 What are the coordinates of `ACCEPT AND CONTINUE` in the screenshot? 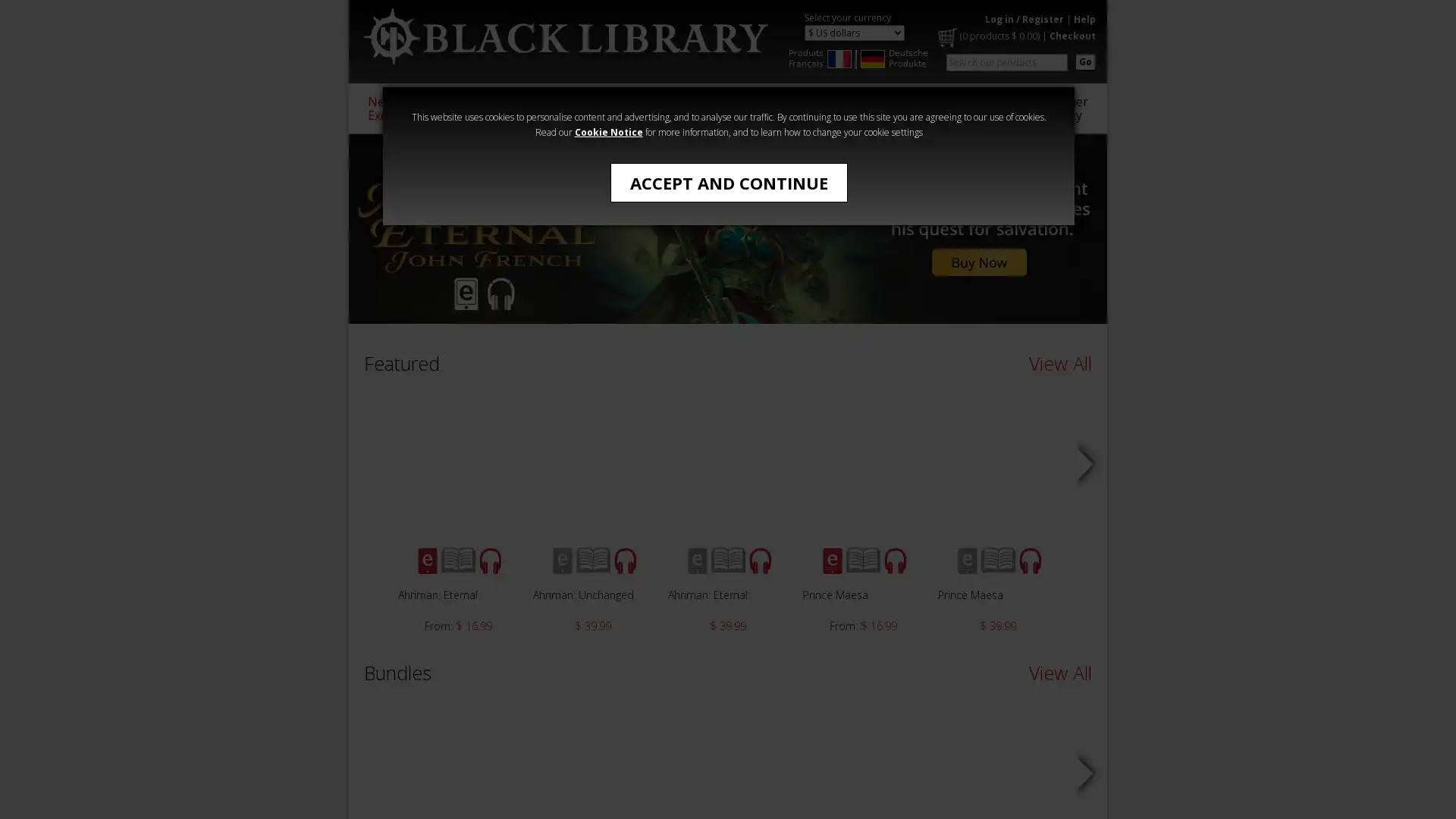 It's located at (728, 181).